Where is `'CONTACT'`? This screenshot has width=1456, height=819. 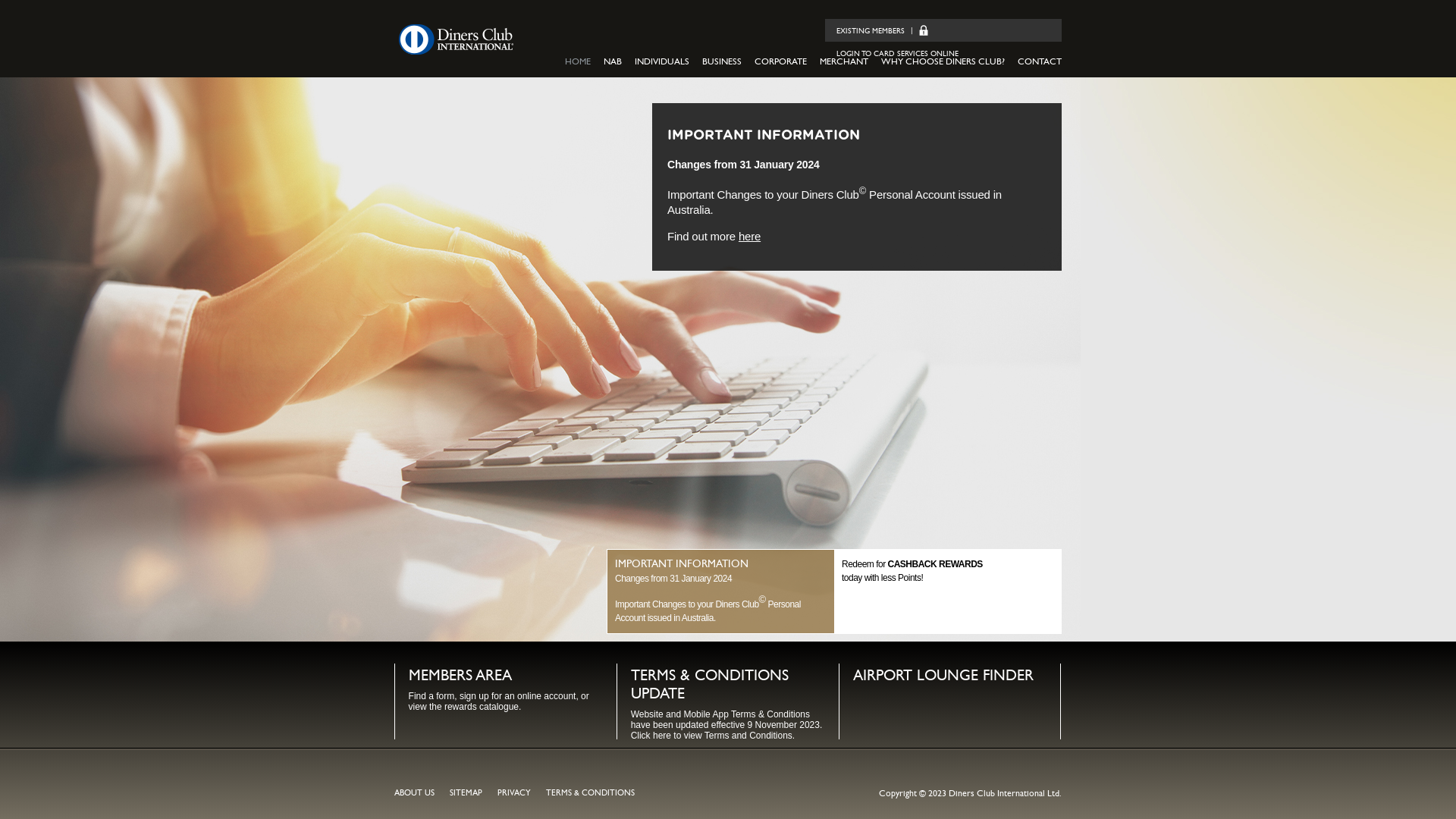
'CONTACT' is located at coordinates (1039, 61).